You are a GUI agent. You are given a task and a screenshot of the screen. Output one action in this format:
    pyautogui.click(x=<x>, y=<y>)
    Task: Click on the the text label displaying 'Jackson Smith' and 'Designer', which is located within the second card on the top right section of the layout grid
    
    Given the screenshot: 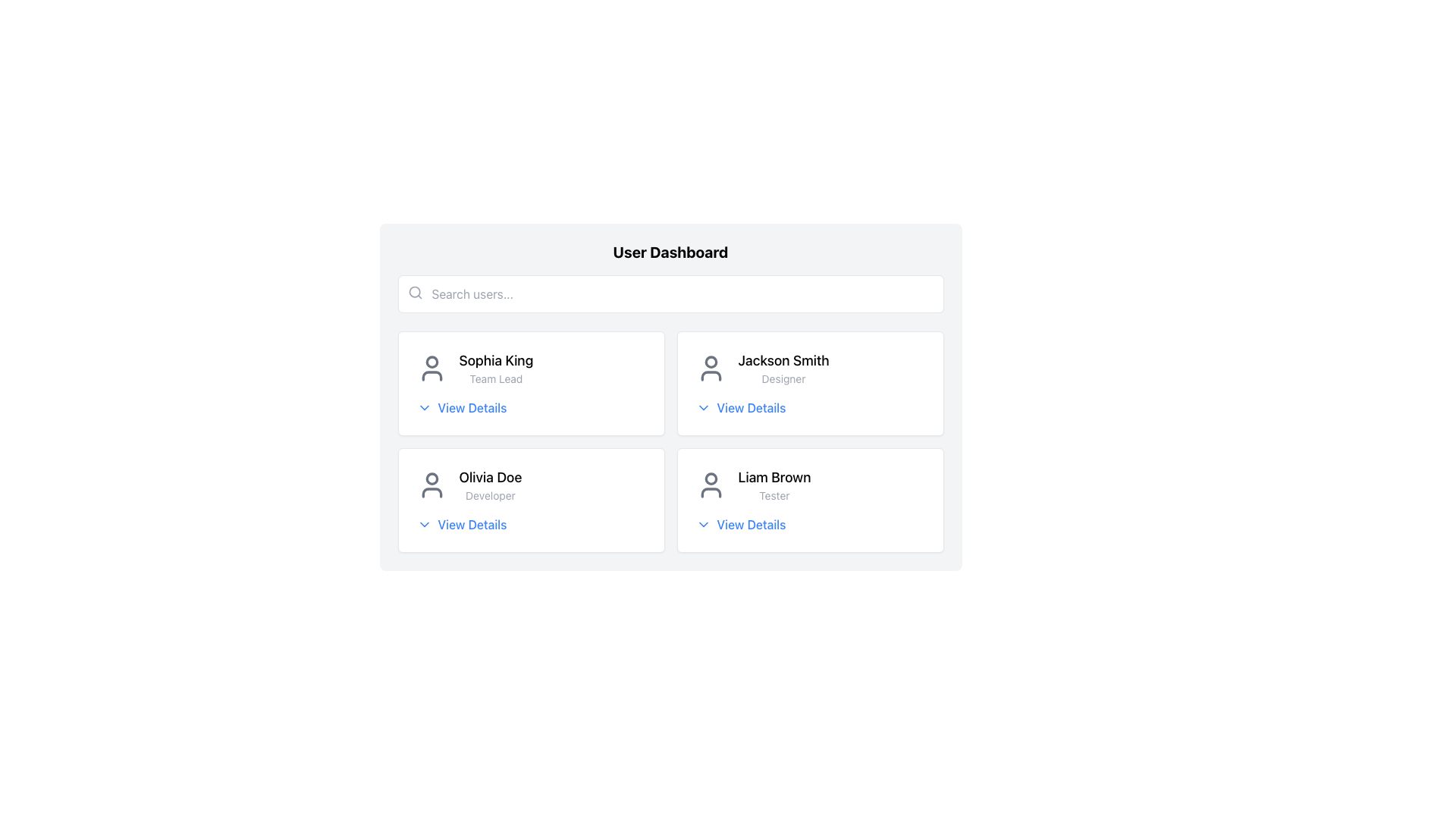 What is the action you would take?
    pyautogui.click(x=809, y=369)
    